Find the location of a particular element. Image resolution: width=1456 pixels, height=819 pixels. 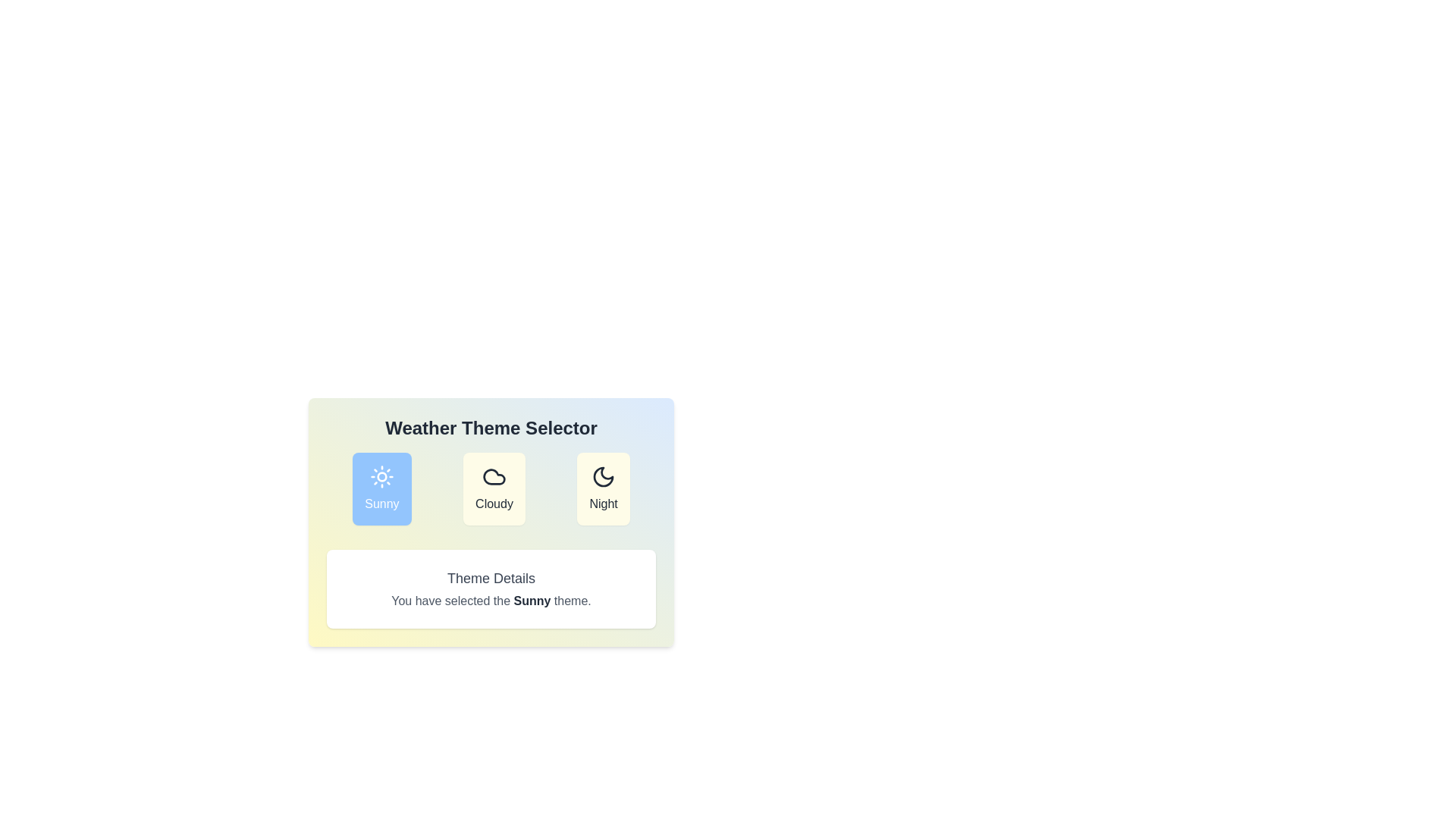

the Sunny button to observe its hover effect is located at coordinates (382, 488).